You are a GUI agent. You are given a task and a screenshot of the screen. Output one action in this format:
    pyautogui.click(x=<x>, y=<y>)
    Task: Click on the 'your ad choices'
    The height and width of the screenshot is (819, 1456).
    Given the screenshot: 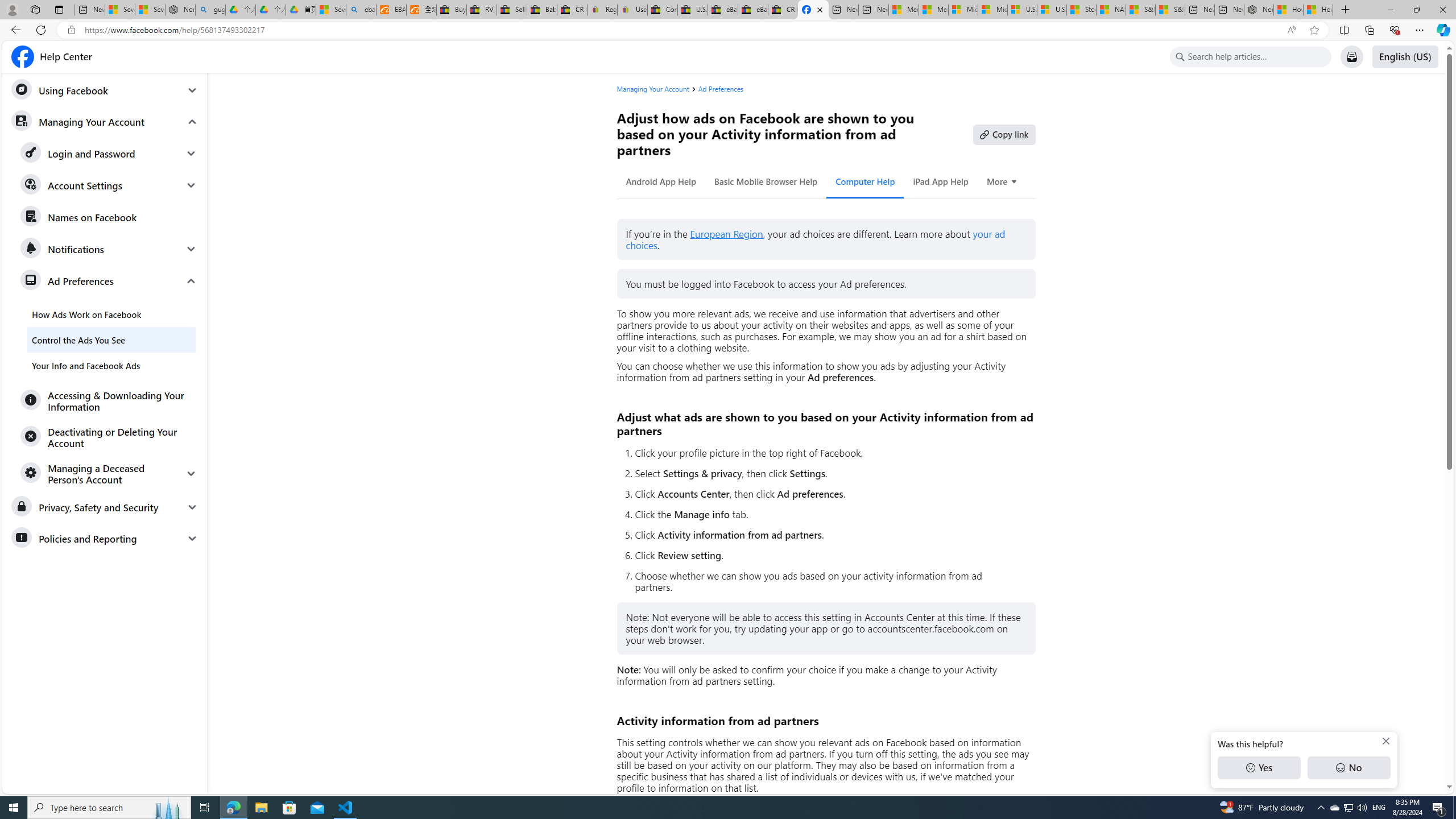 What is the action you would take?
    pyautogui.click(x=816, y=239)
    